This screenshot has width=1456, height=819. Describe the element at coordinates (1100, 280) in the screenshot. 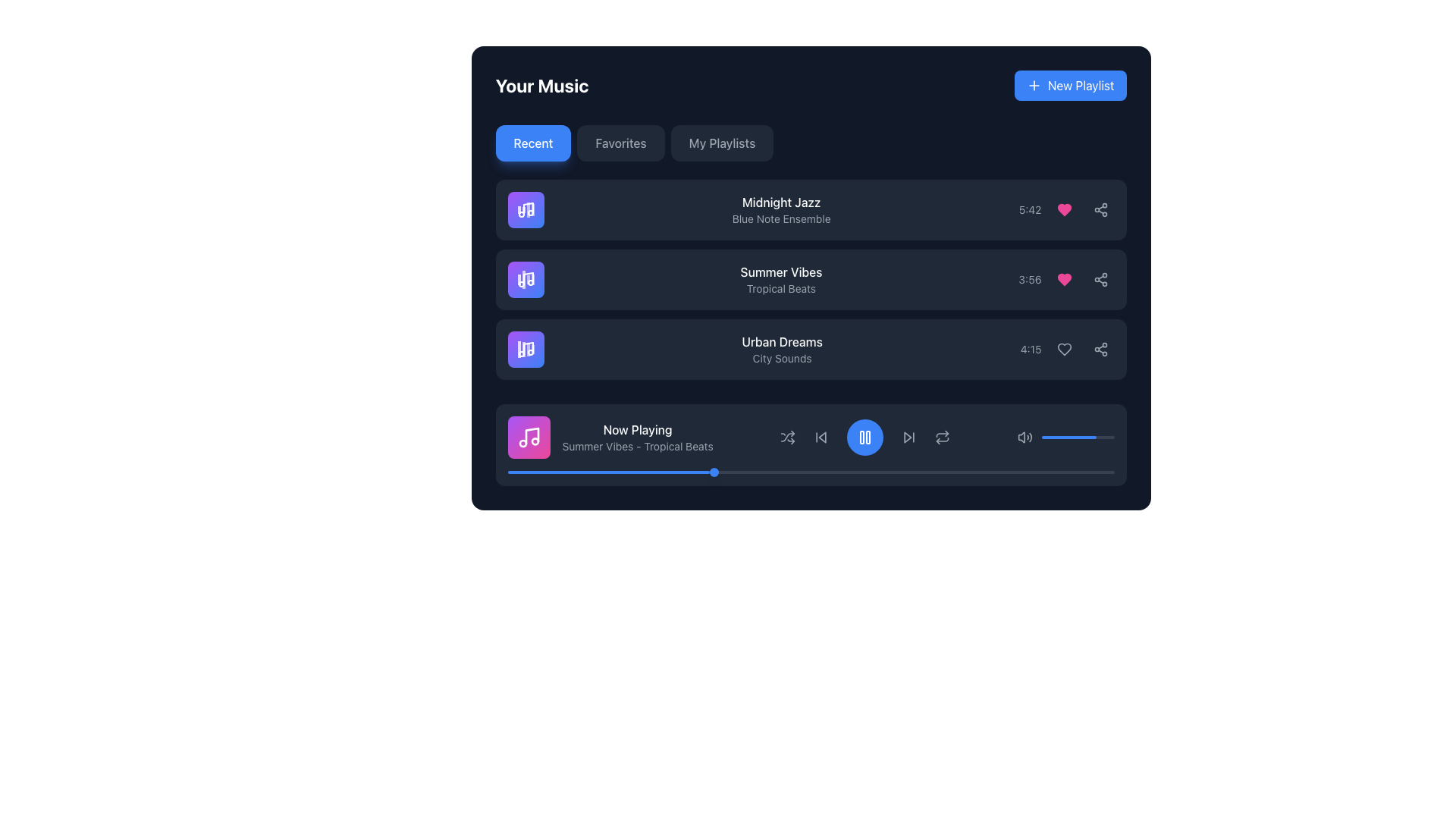

I see `the circular button icon featuring a share symbol, located to the right of the time display '3:56' in the second song entry under the 'Recent' tab, to change its color from light gray to white` at that location.